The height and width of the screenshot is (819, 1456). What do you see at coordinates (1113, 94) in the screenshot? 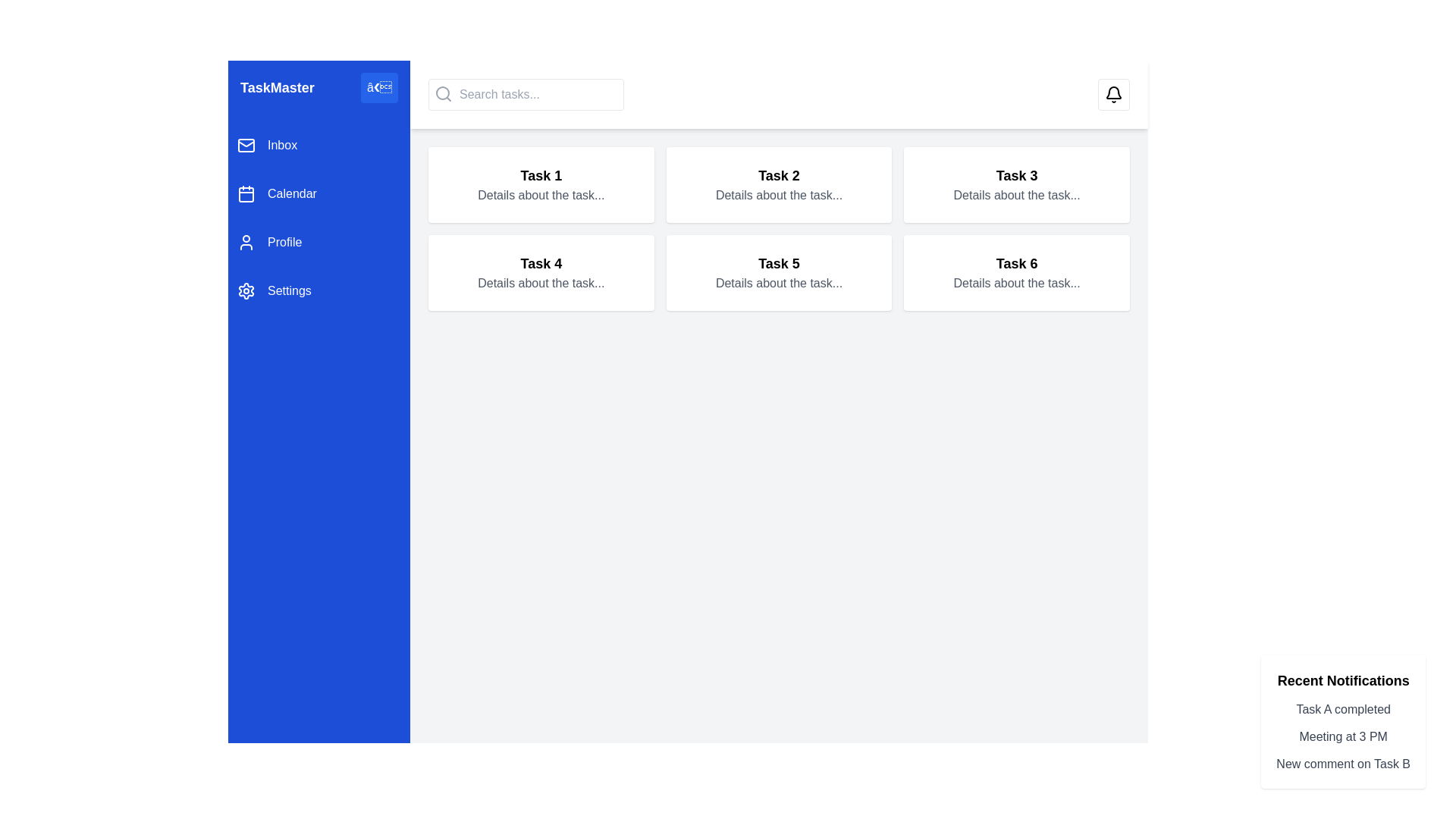
I see `the bell icon in the top-right corner of the interface` at bounding box center [1113, 94].